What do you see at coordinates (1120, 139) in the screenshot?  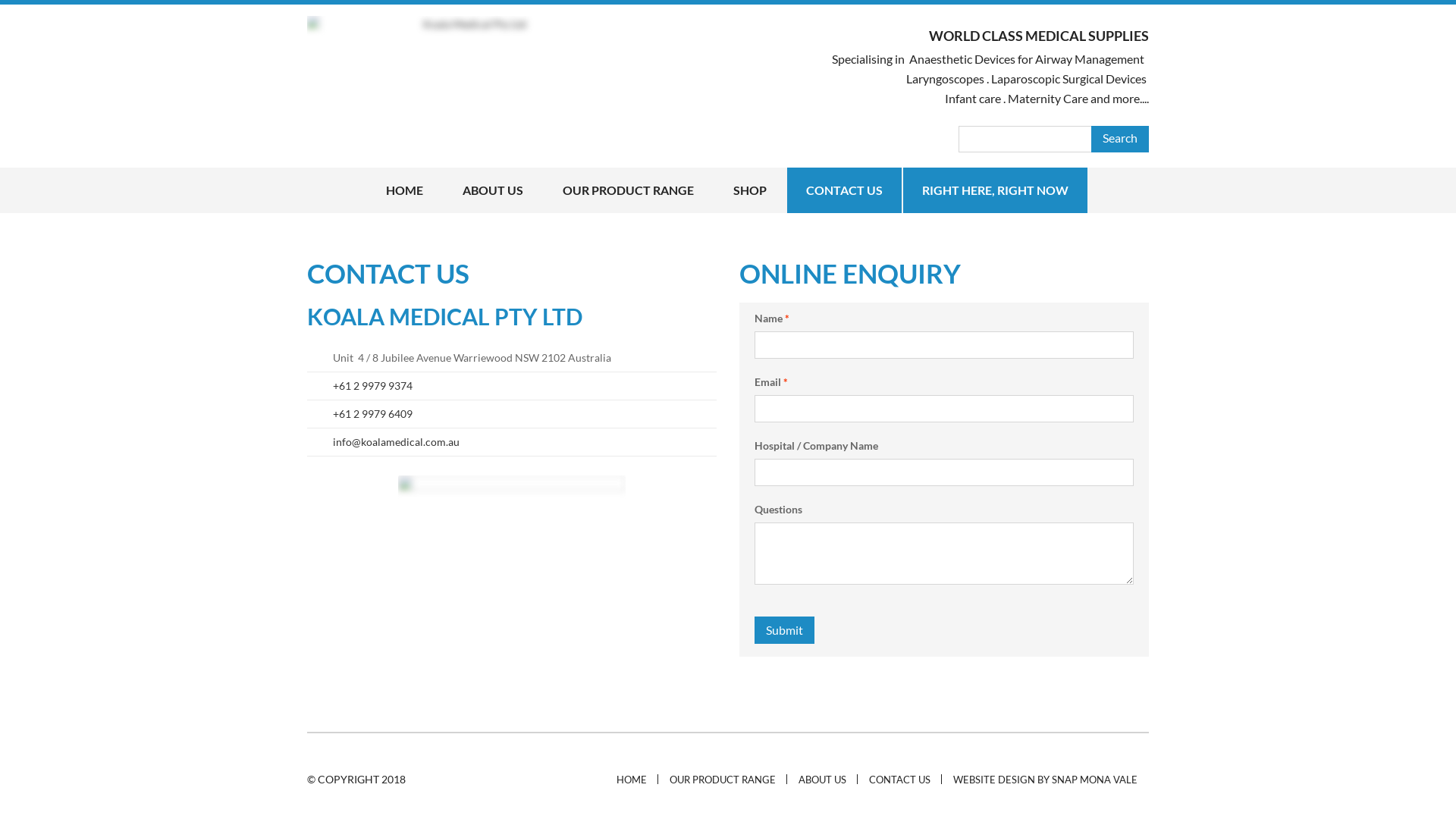 I see `'Search'` at bounding box center [1120, 139].